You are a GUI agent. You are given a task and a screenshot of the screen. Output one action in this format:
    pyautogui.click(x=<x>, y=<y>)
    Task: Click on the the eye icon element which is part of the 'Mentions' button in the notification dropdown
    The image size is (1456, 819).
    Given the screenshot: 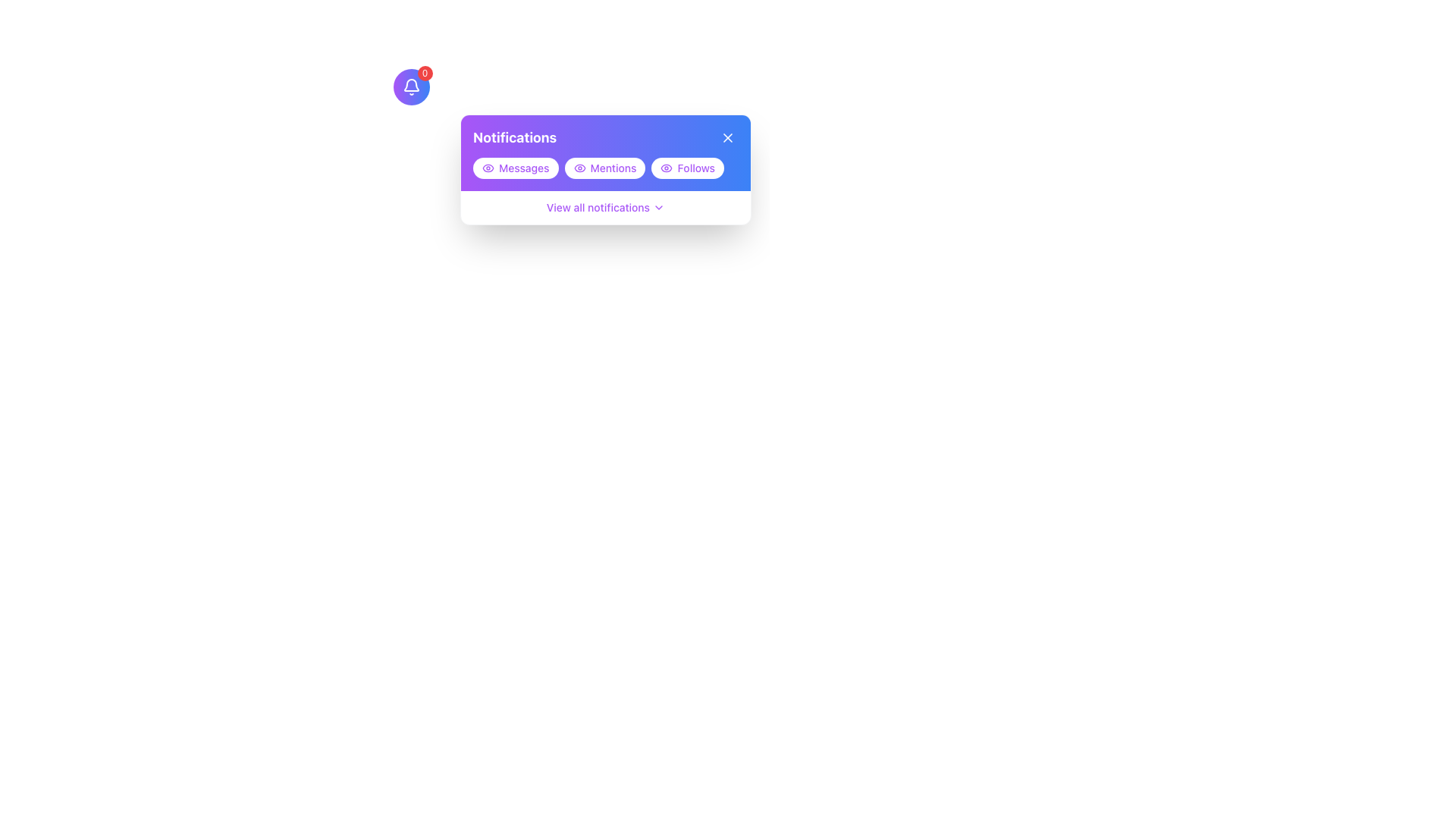 What is the action you would take?
    pyautogui.click(x=579, y=168)
    